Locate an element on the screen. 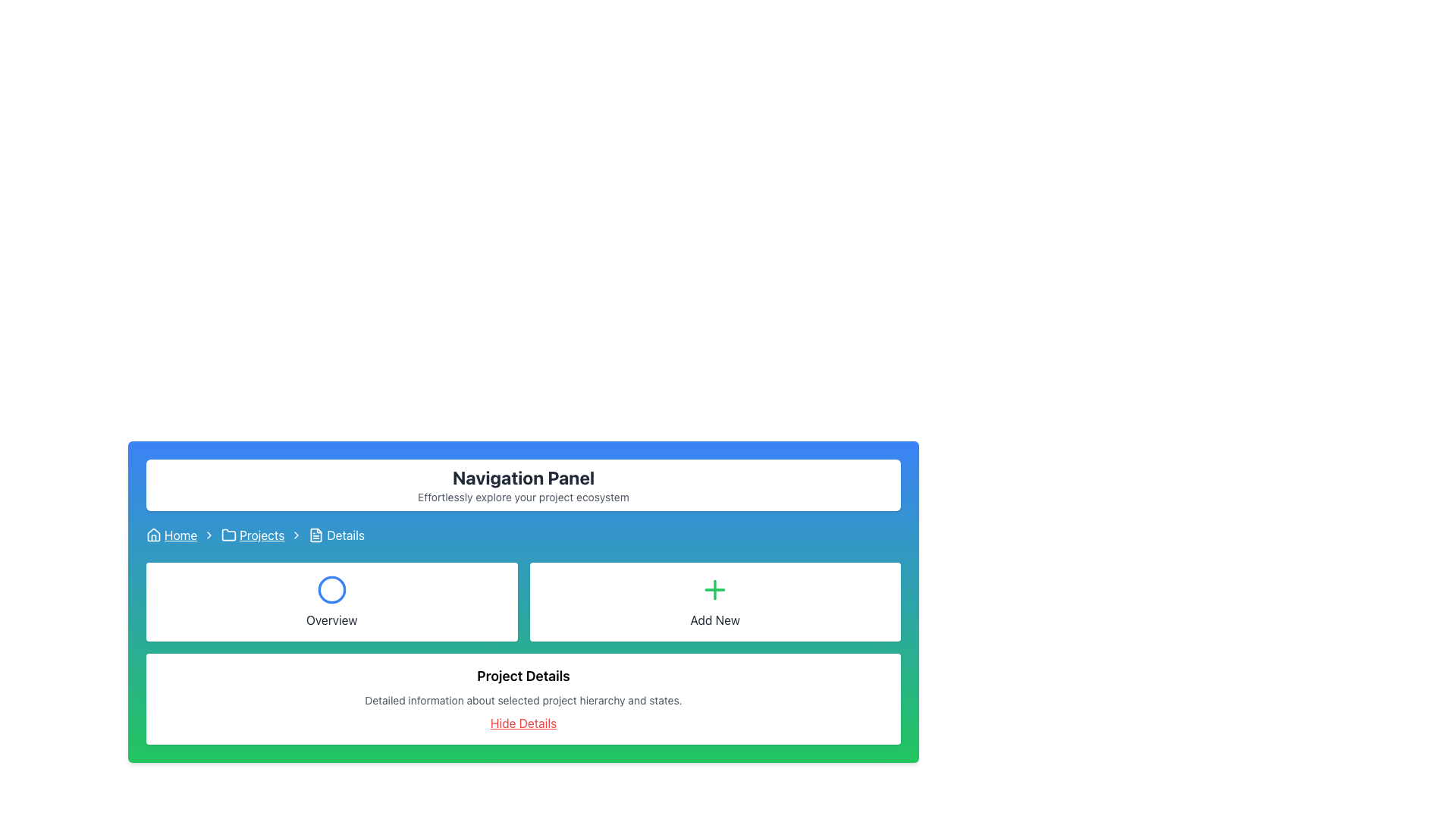 This screenshot has height=819, width=1456. the document icon of the 'Details' breadcrumb item located in the breadcrumb navigation bar, which is the last item after 'Home' and 'Projects' is located at coordinates (336, 534).